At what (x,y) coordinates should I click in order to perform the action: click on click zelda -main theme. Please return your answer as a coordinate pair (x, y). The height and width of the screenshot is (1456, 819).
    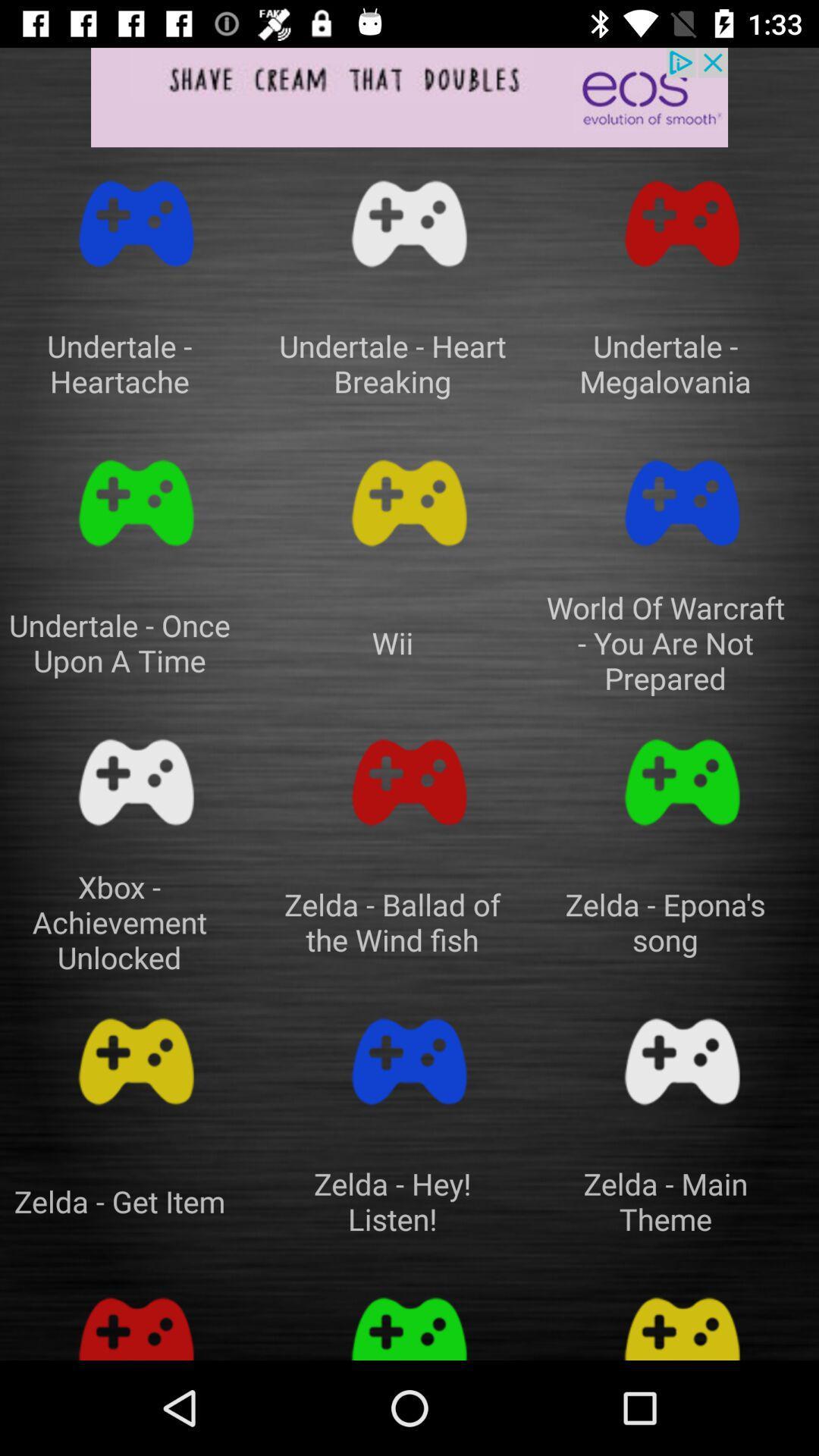
    Looking at the image, I should click on (681, 1061).